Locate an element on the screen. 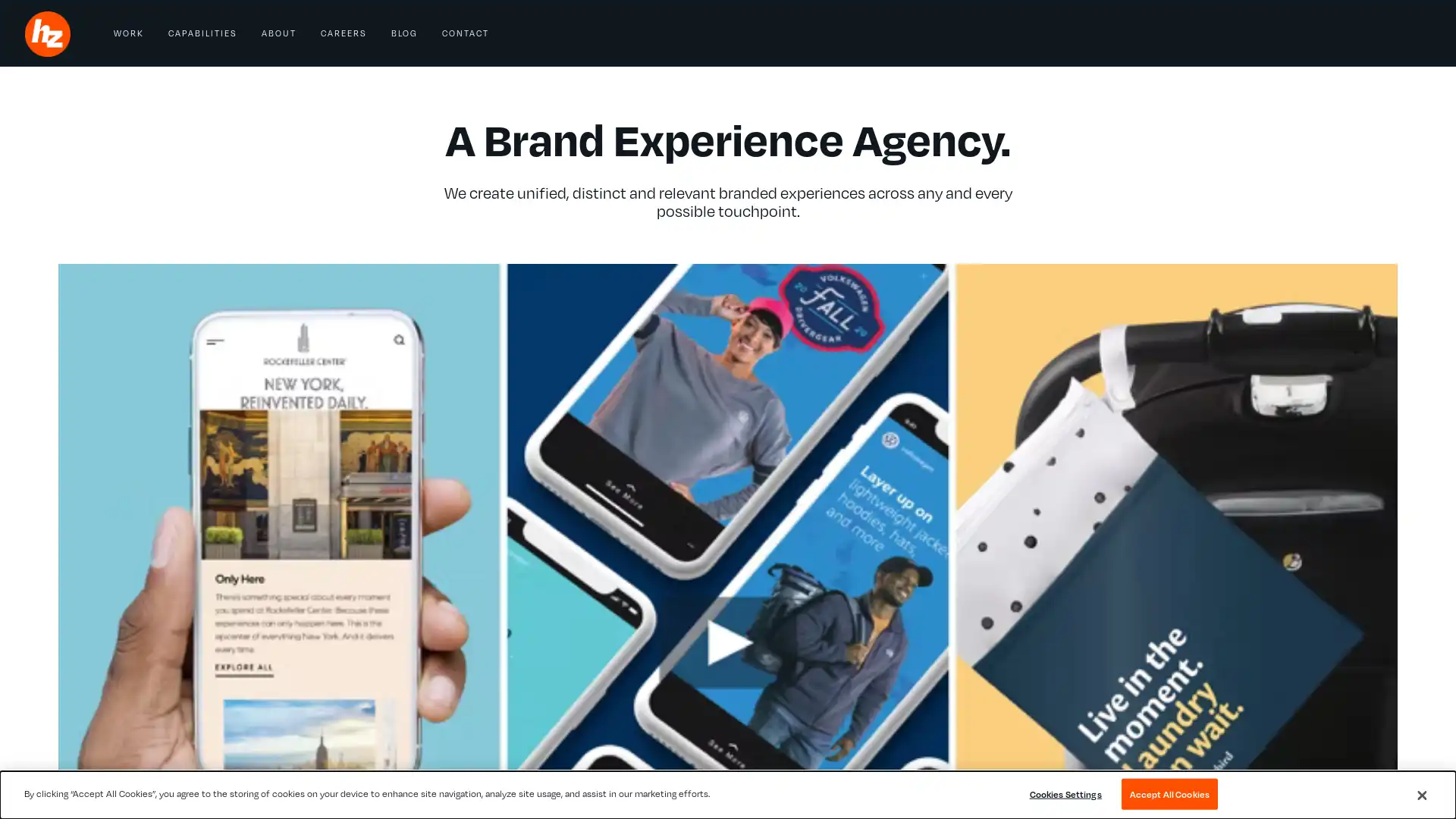 This screenshot has height=819, width=1456. Accept All Cookies is located at coordinates (1168, 792).